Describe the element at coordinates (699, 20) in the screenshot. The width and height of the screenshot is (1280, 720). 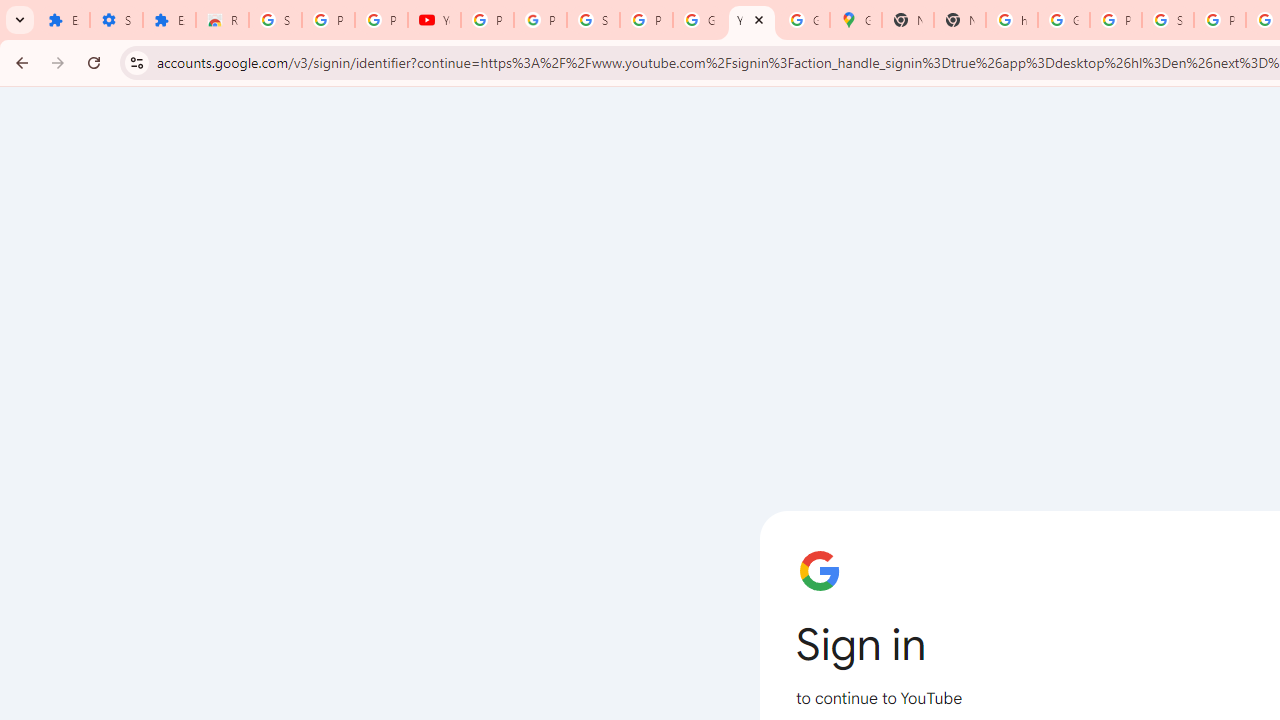
I see `'Google Account'` at that location.